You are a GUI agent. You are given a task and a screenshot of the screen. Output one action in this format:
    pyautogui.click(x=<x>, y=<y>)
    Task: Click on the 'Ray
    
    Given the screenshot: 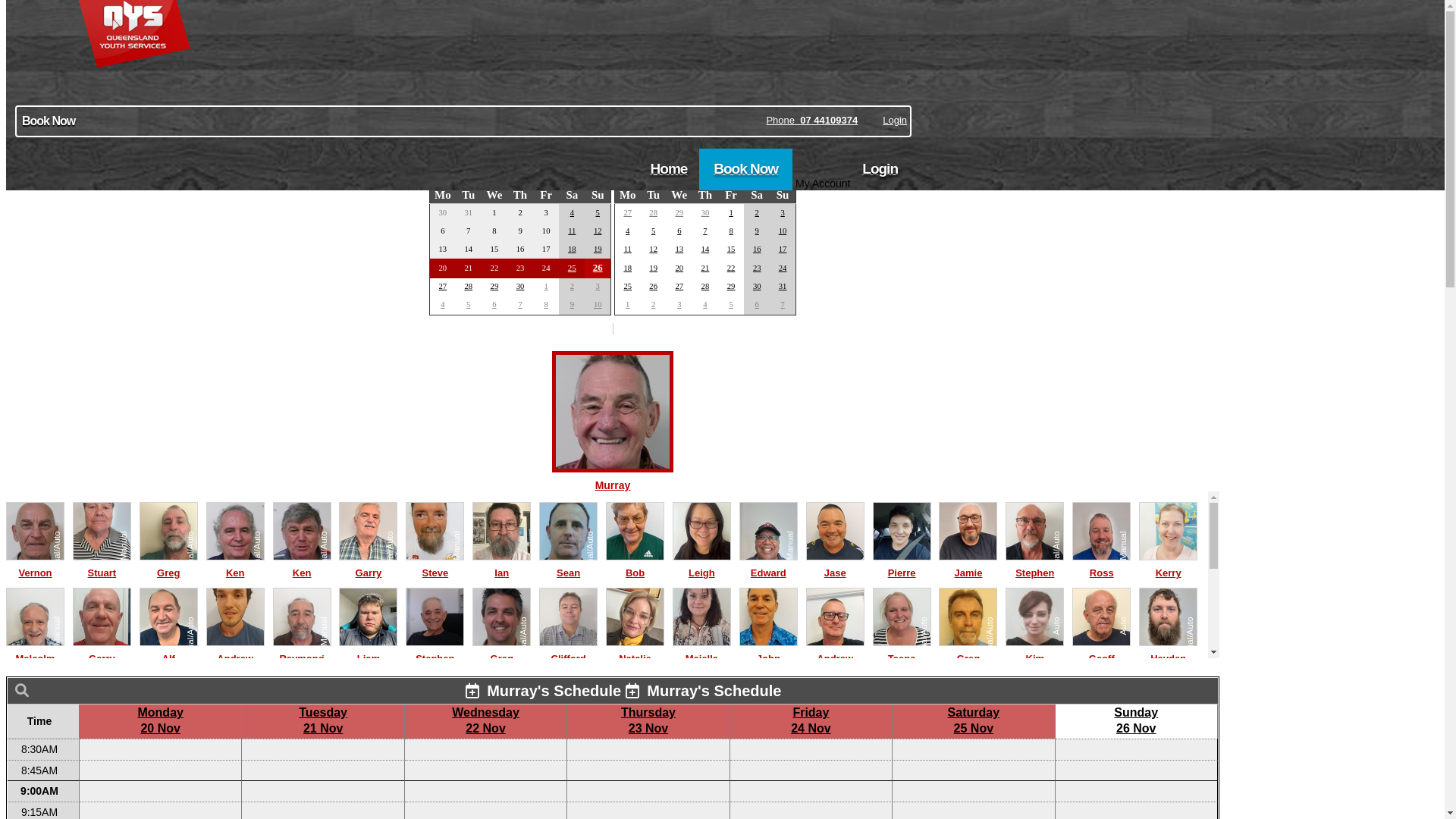 What is the action you would take?
    pyautogui.click(x=168, y=736)
    